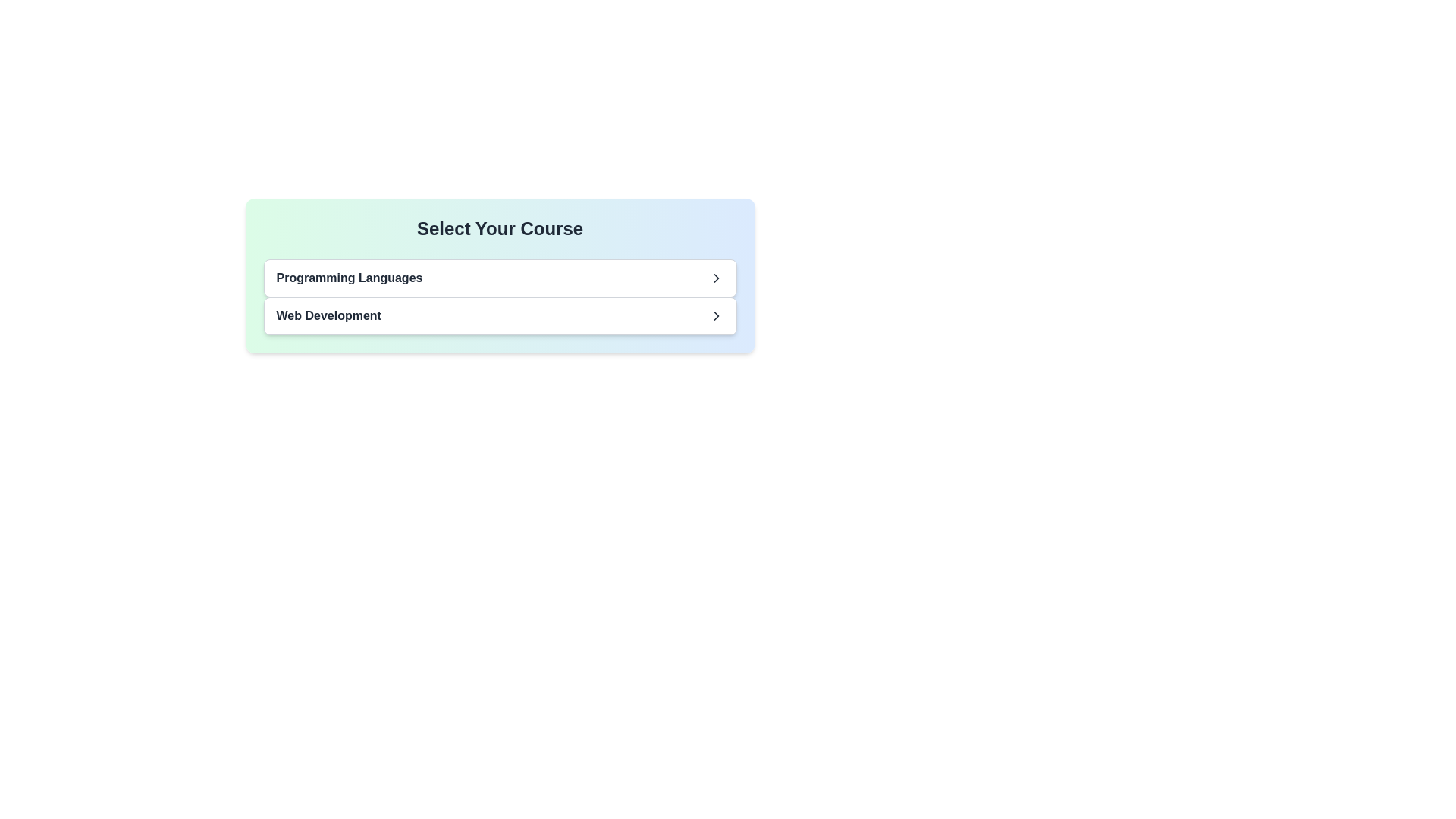 Image resolution: width=1456 pixels, height=819 pixels. What do you see at coordinates (715, 278) in the screenshot?
I see `the icon at the right end of the 'Programming Languages' list item to trigger a visual effect or tooltip` at bounding box center [715, 278].